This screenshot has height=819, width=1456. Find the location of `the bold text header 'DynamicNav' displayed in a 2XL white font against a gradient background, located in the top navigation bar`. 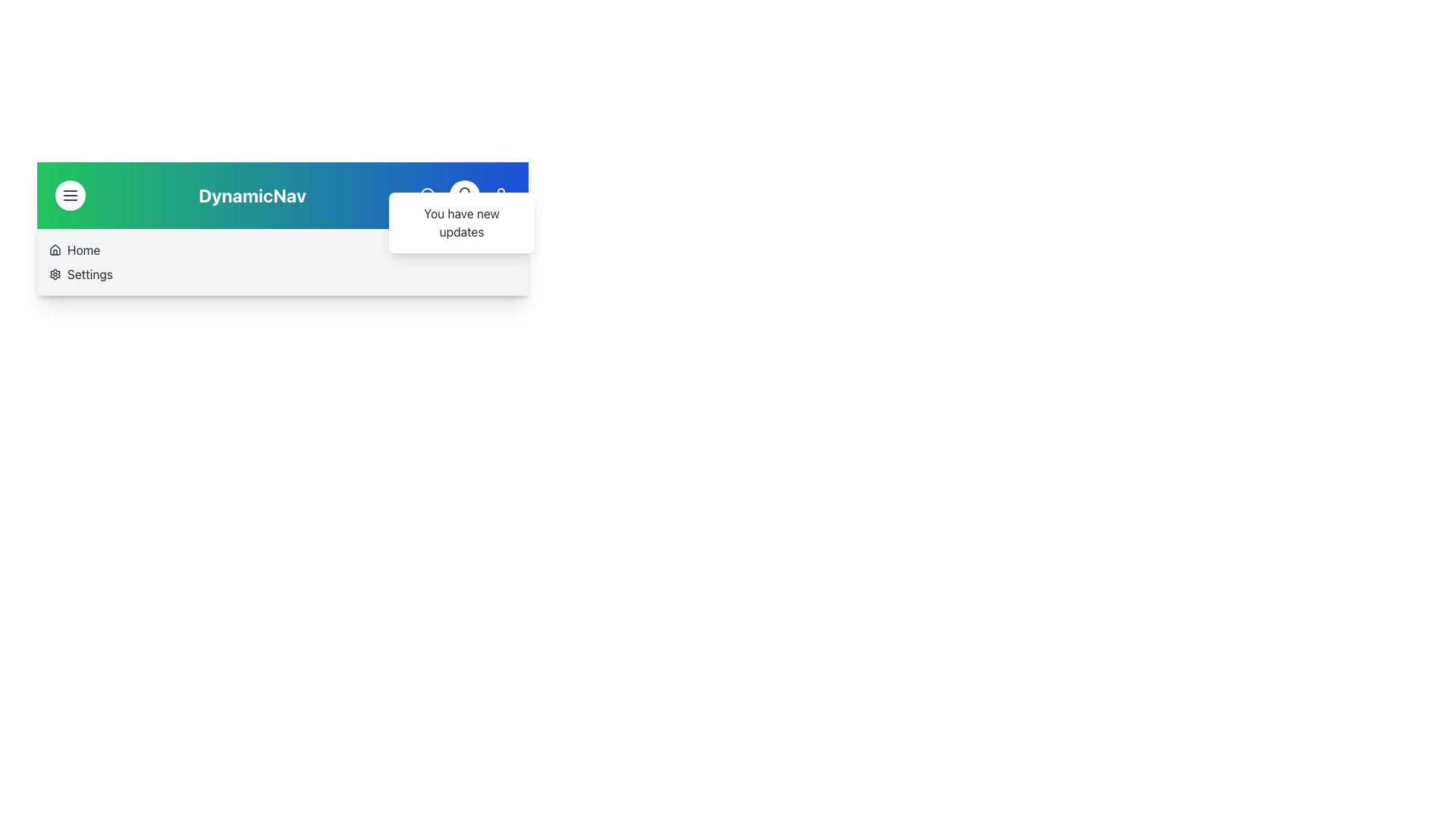

the bold text header 'DynamicNav' displayed in a 2XL white font against a gradient background, located in the top navigation bar is located at coordinates (252, 195).